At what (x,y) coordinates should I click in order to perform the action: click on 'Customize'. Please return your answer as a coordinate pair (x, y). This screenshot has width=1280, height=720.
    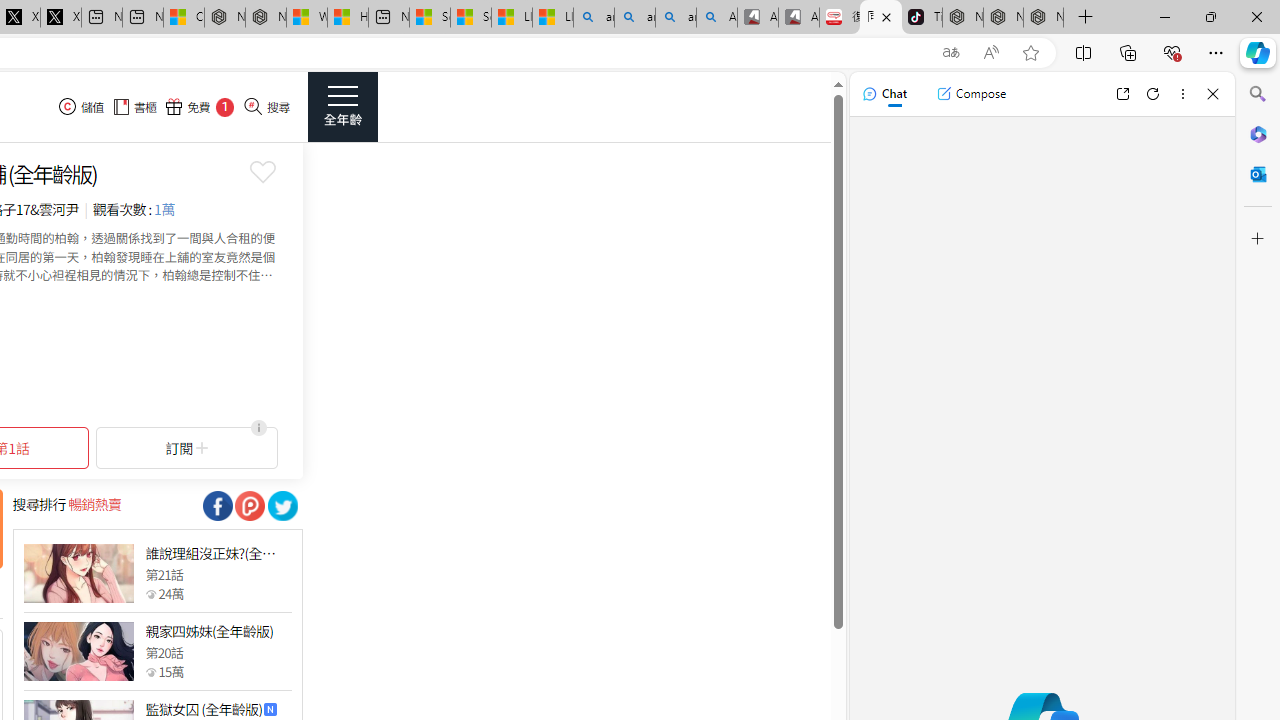
    Looking at the image, I should click on (1257, 238).